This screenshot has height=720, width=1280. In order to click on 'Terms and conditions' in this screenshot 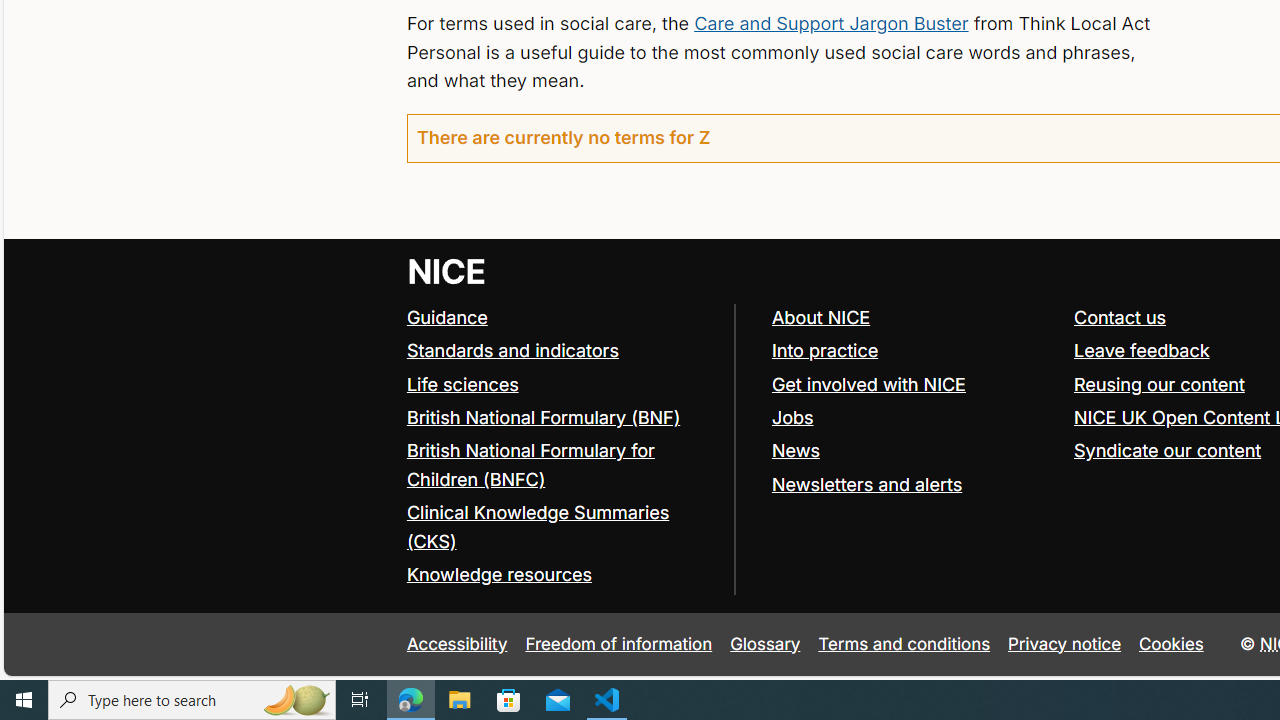, I will do `click(903, 644)`.